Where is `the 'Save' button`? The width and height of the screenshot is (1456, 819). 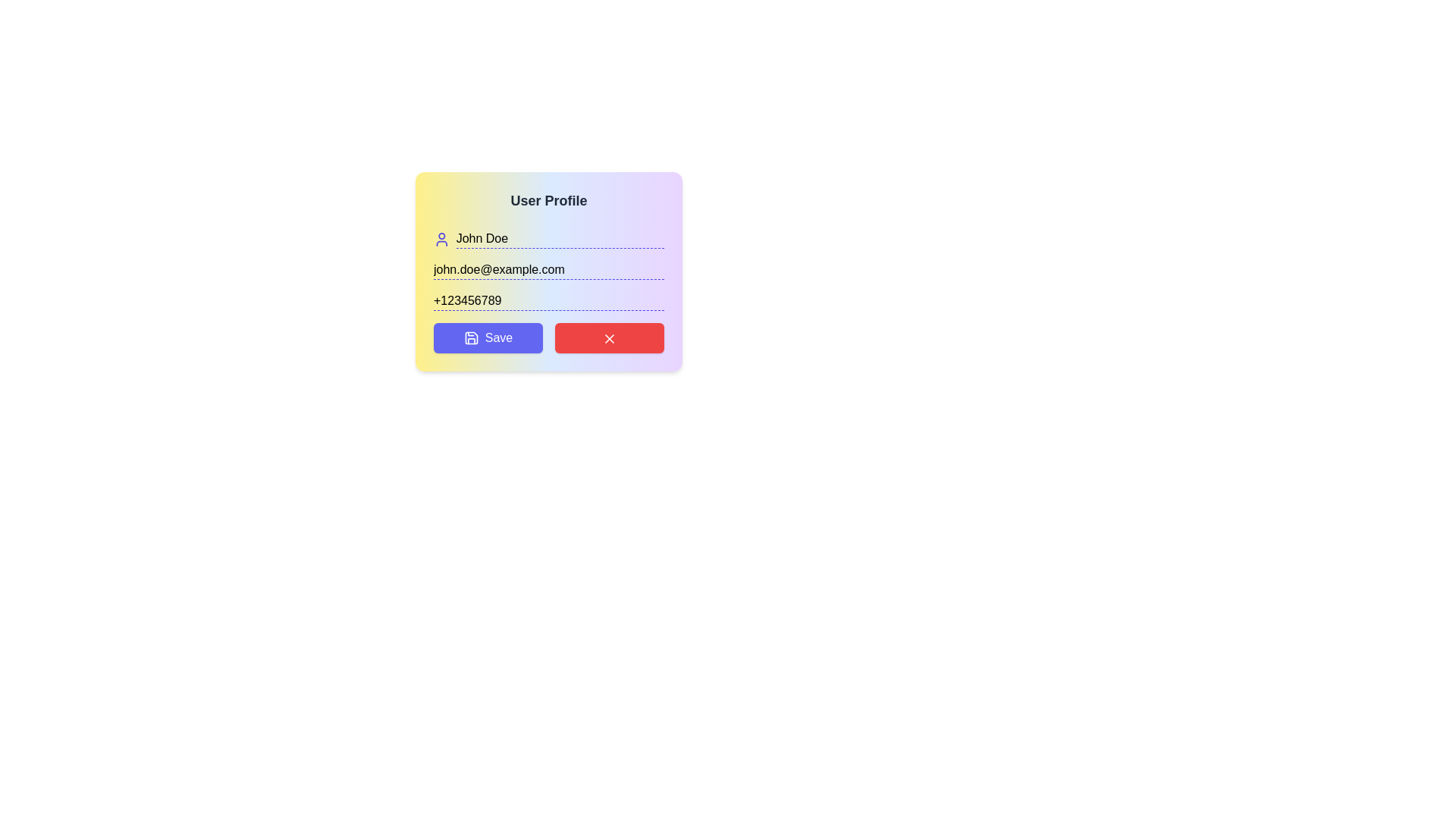
the 'Save' button is located at coordinates (488, 337).